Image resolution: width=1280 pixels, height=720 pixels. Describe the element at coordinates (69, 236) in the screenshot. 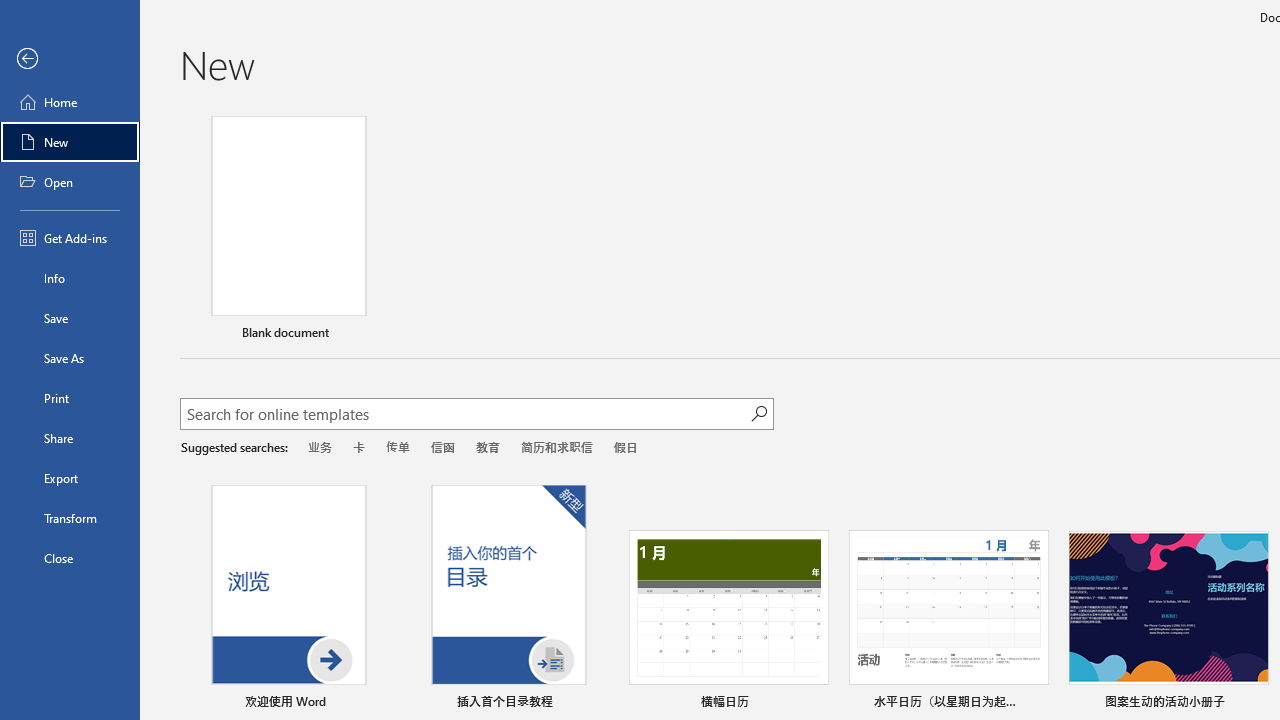

I see `'Get Add-ins'` at that location.